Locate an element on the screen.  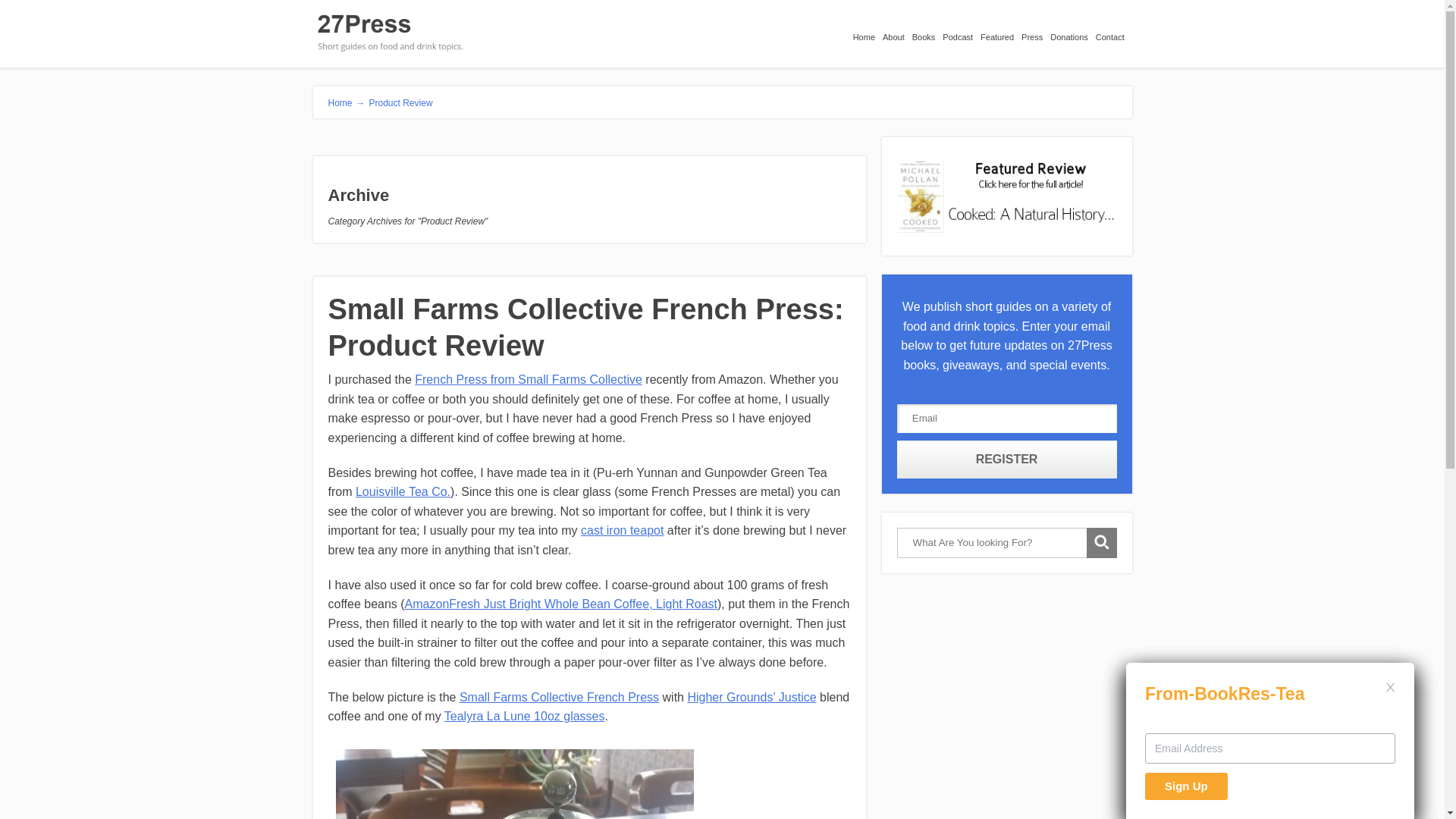
'Books' is located at coordinates (927, 33).